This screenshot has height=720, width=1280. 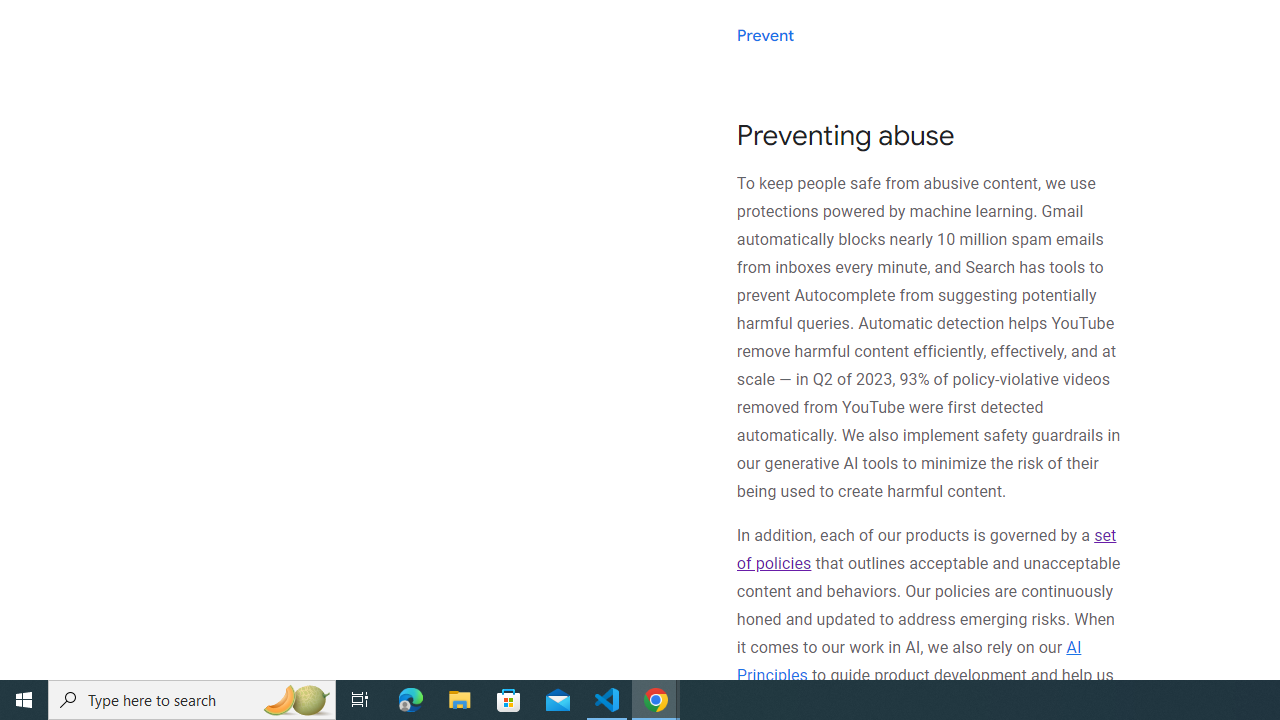 What do you see at coordinates (606, 698) in the screenshot?
I see `'Visual Studio Code - 1 running window'` at bounding box center [606, 698].